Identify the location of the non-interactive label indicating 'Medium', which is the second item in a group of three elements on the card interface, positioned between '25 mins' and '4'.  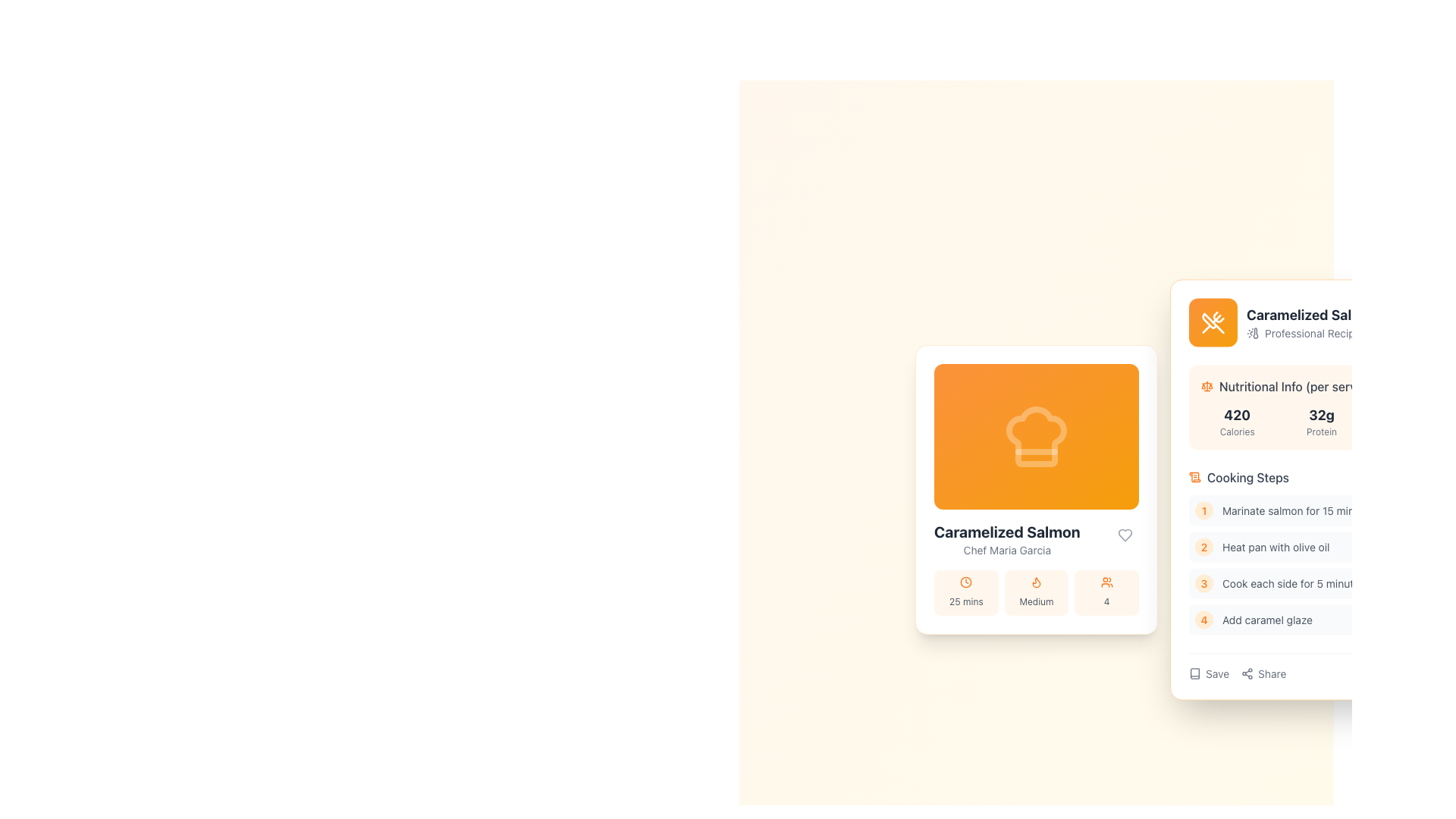
(1036, 592).